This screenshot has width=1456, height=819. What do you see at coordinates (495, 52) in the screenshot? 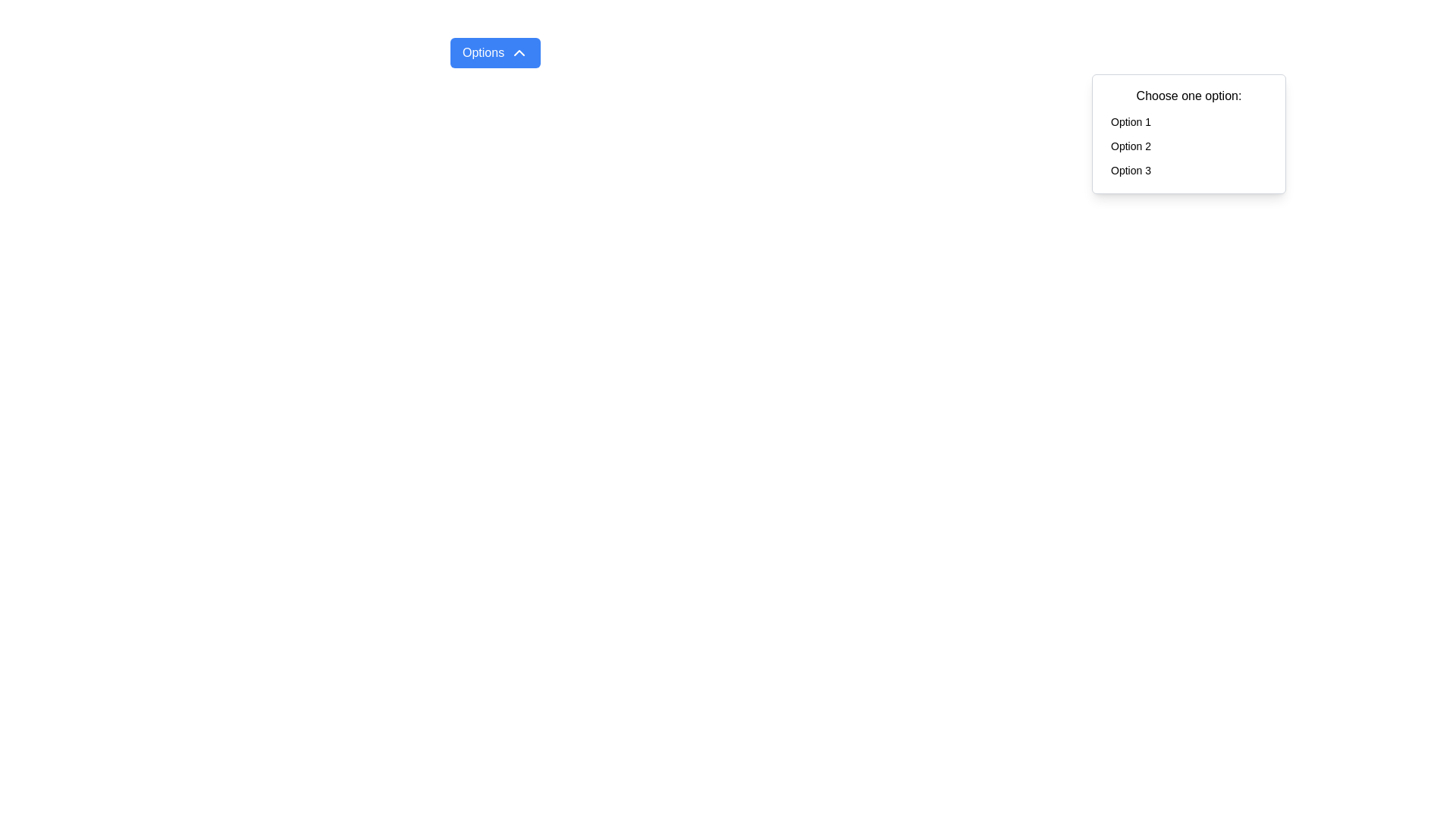
I see `the button located in the top-left section of the interface` at bounding box center [495, 52].